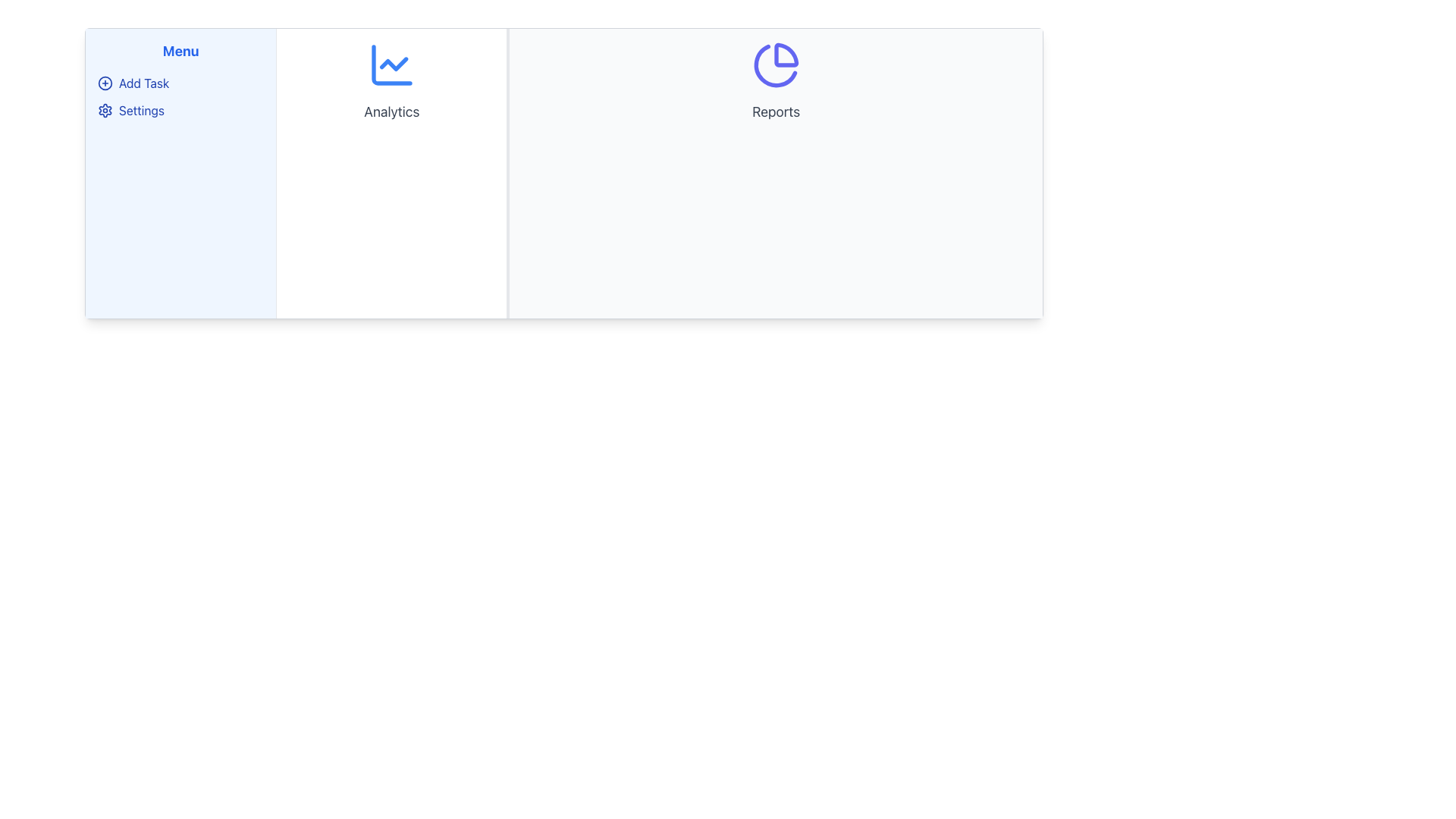  What do you see at coordinates (105, 83) in the screenshot?
I see `the hollow SVG Circle element located near the top left of the vertical menu, adjacent to the 'Add Task' label` at bounding box center [105, 83].